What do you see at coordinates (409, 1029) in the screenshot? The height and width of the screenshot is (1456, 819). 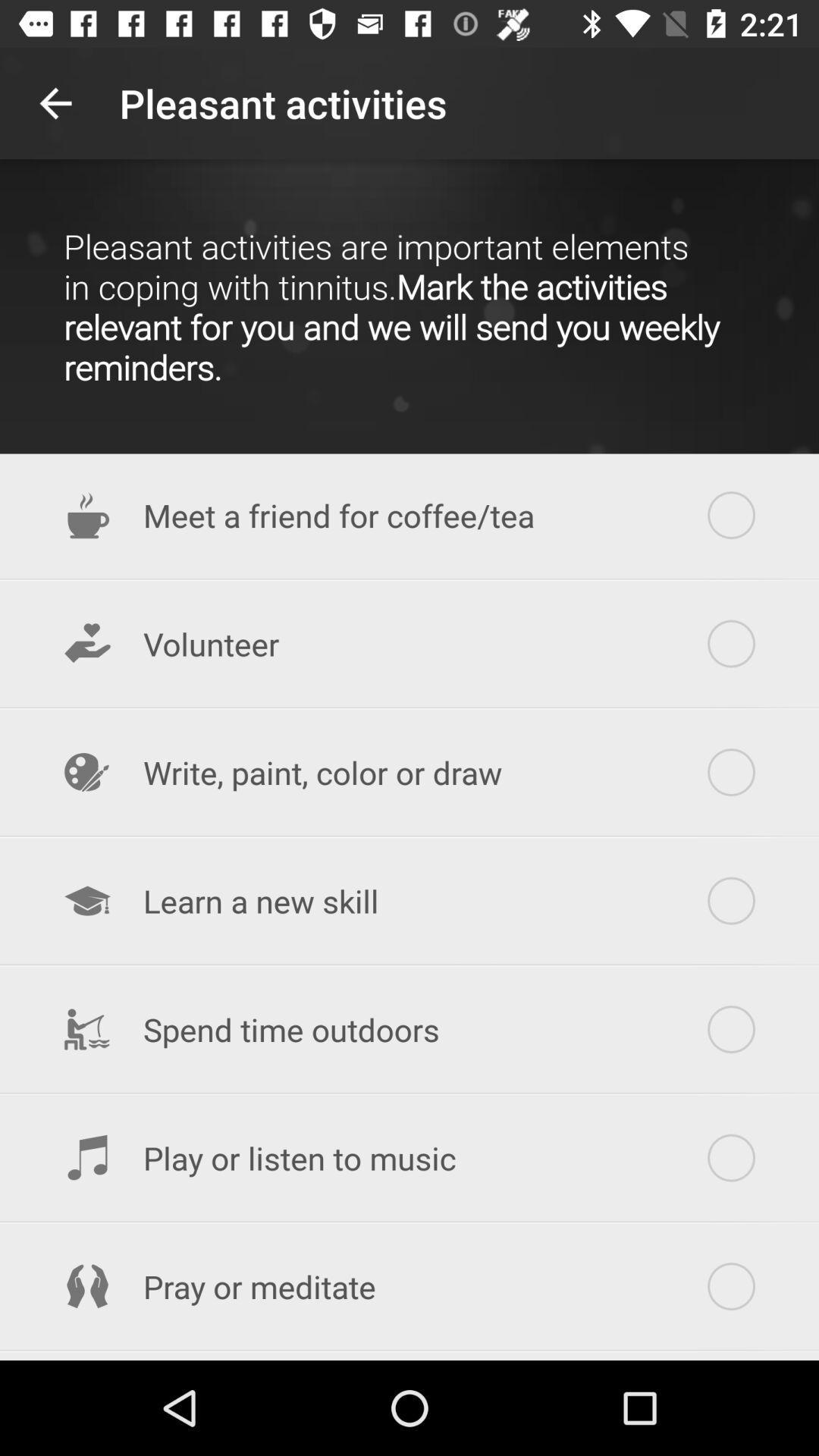 I see `icon above the play or listen icon` at bounding box center [409, 1029].